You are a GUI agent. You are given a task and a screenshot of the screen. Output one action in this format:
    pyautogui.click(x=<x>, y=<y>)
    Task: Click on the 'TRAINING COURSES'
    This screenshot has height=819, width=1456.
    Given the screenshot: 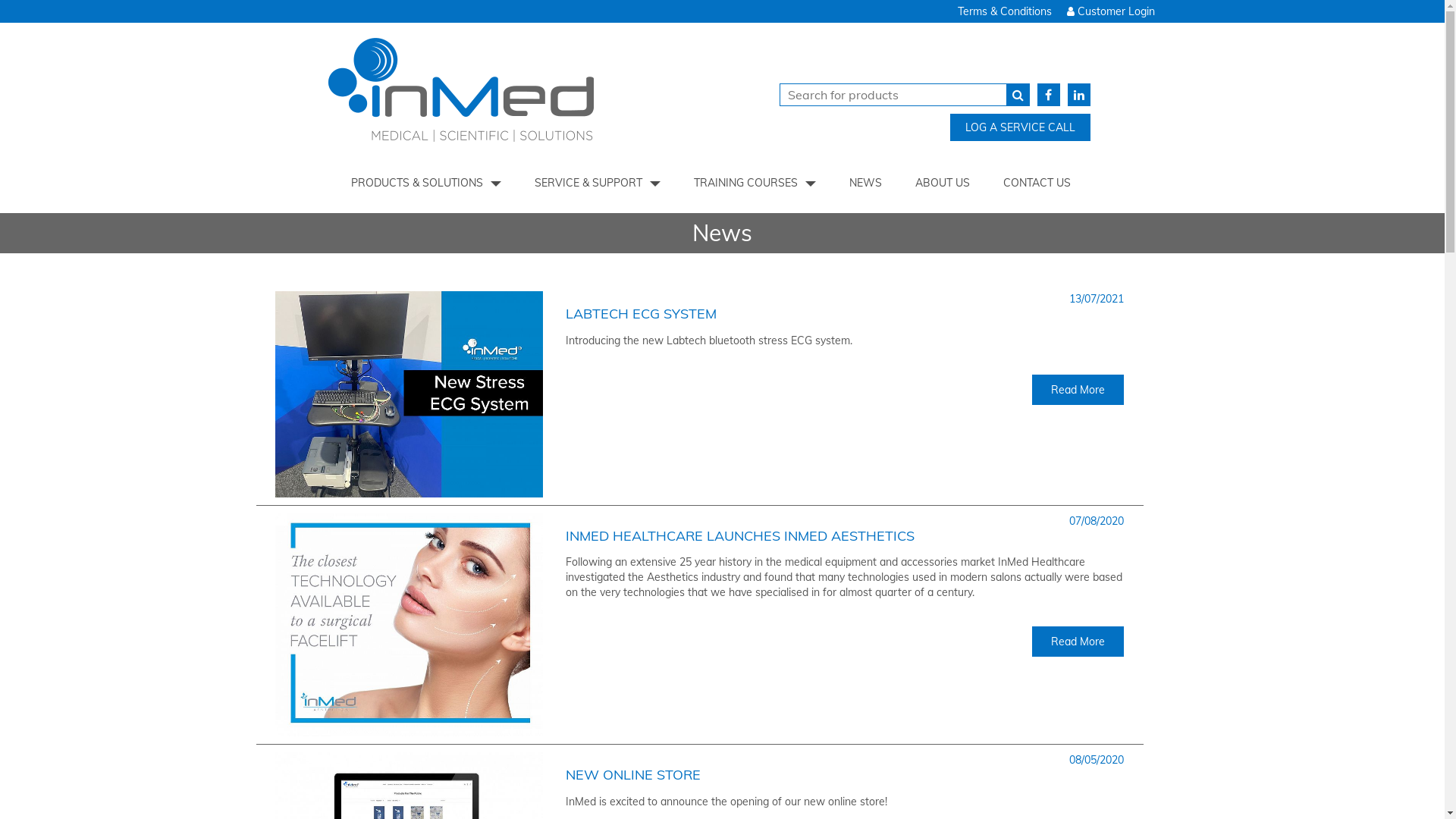 What is the action you would take?
    pyautogui.click(x=755, y=181)
    